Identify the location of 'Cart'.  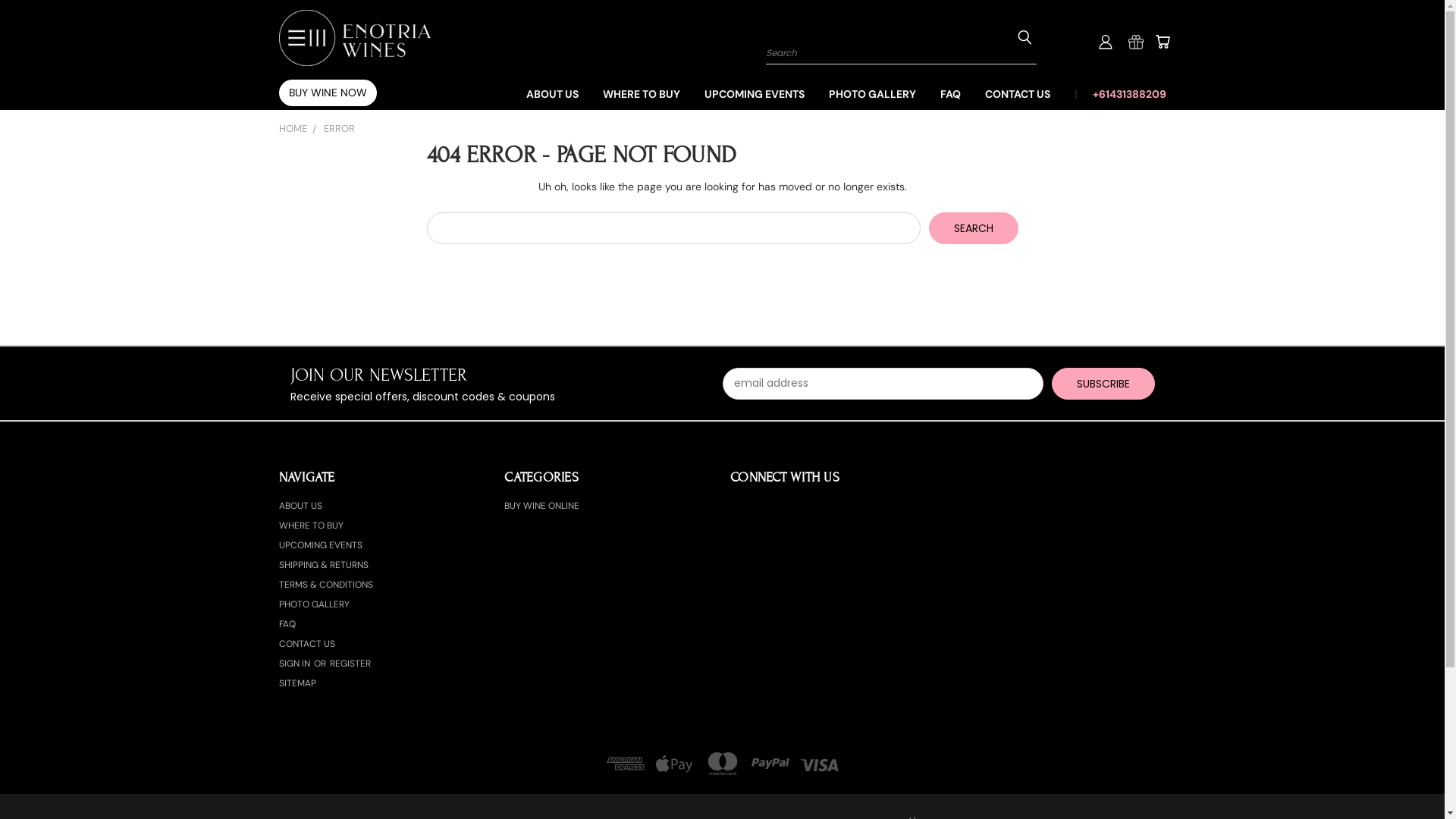
(1160, 40).